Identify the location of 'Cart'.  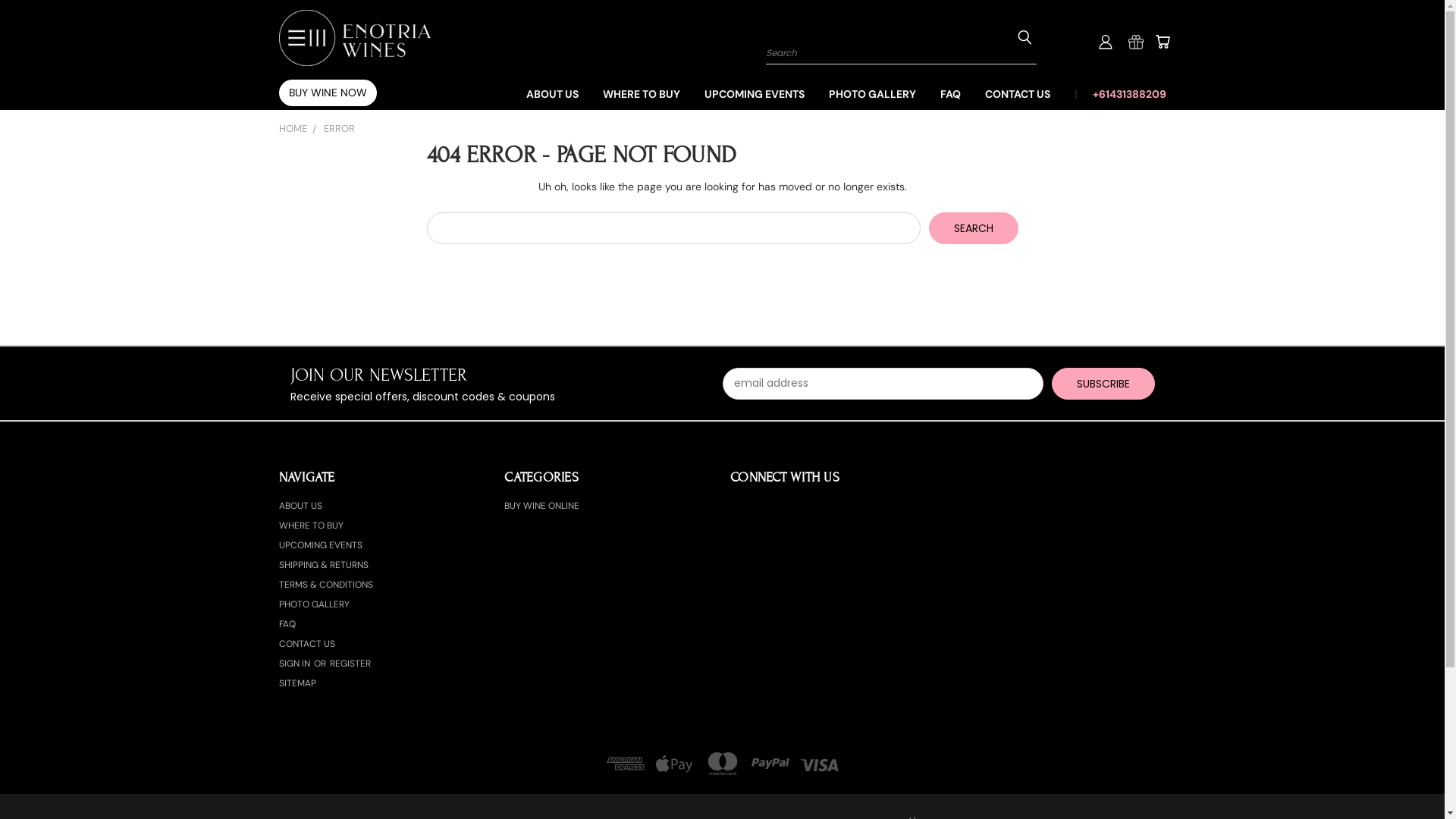
(1160, 40).